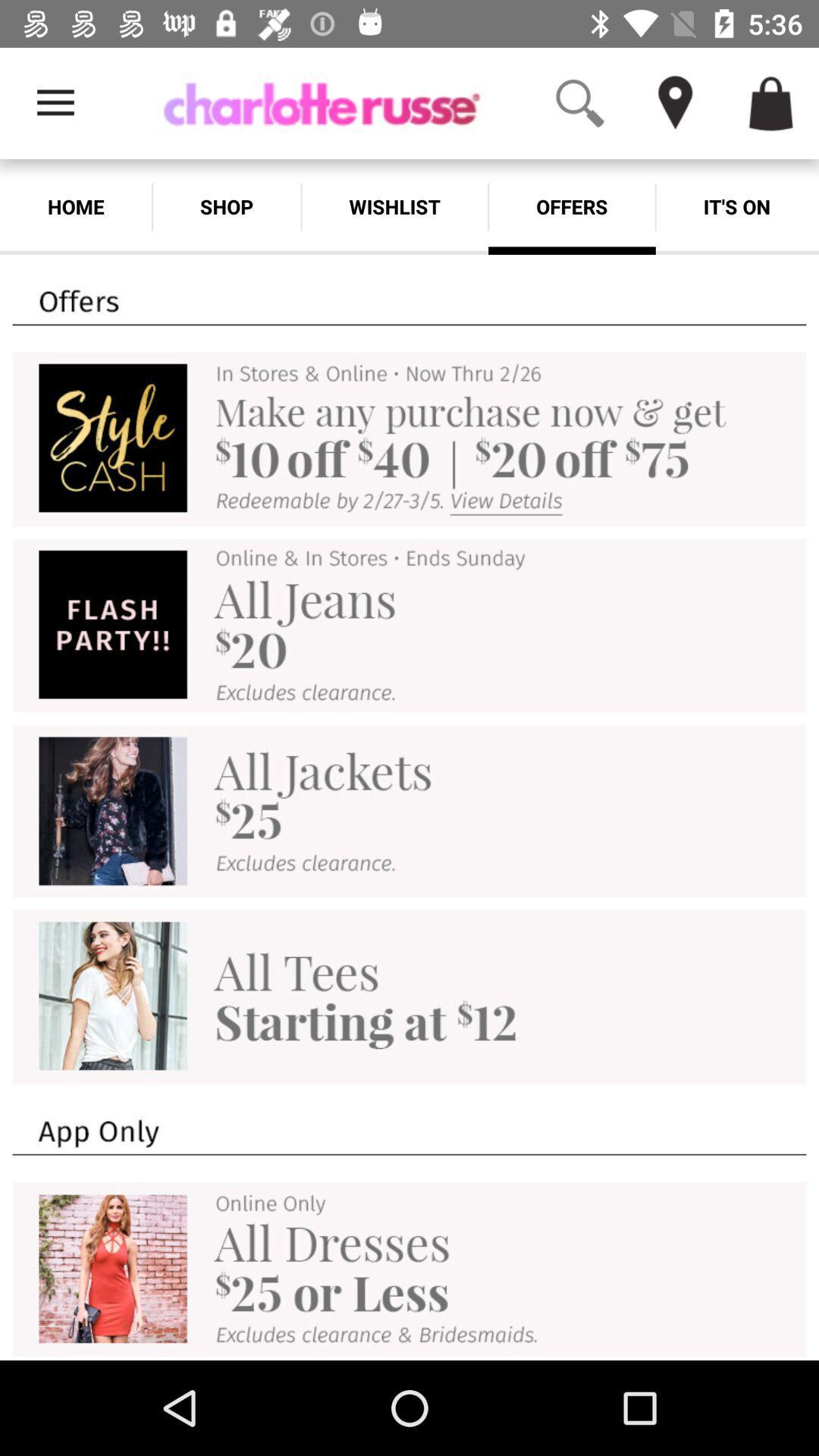  Describe the element at coordinates (227, 206) in the screenshot. I see `the app to the left of wishlist icon` at that location.